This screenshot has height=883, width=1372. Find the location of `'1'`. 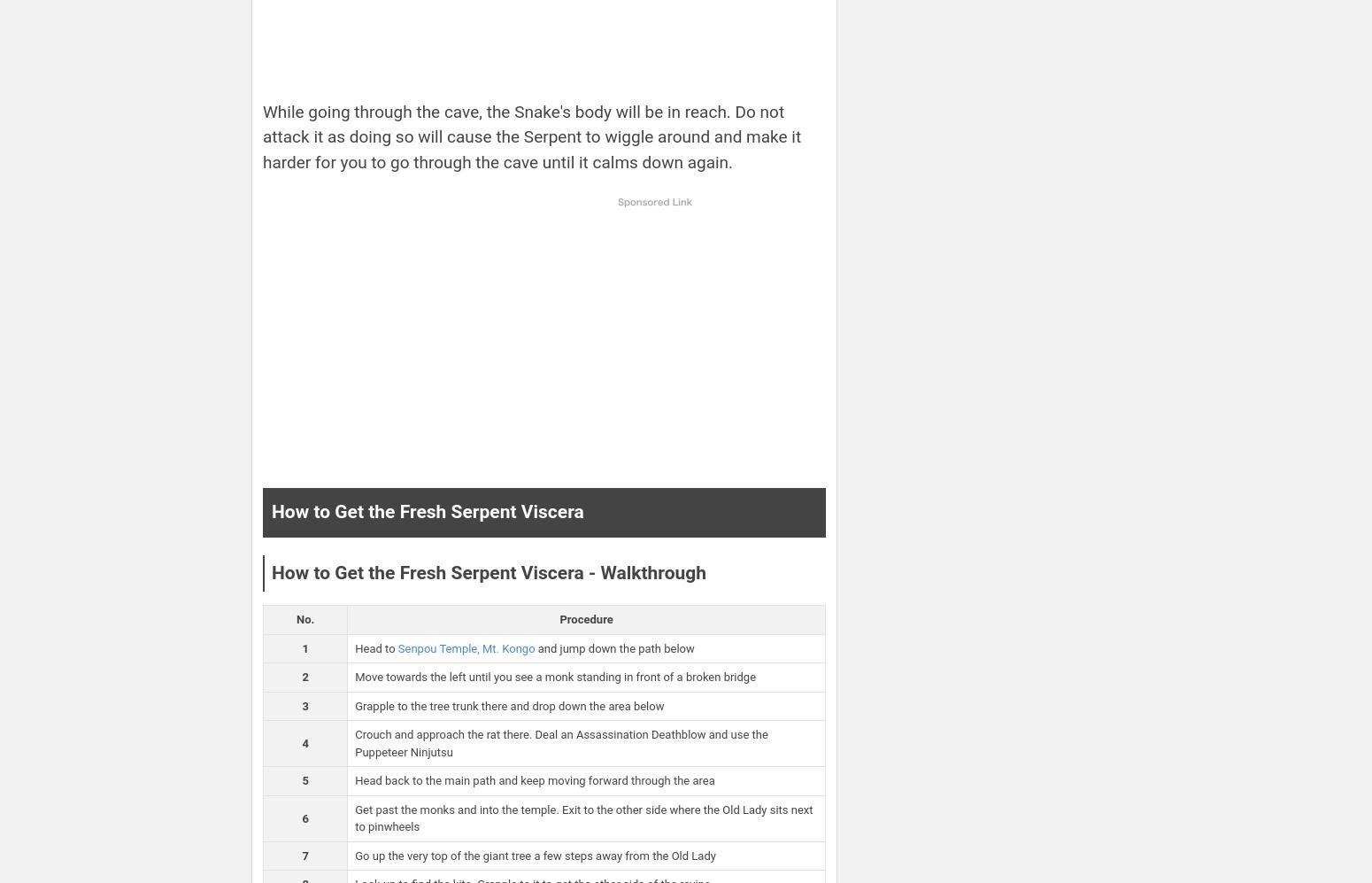

'1' is located at coordinates (301, 647).